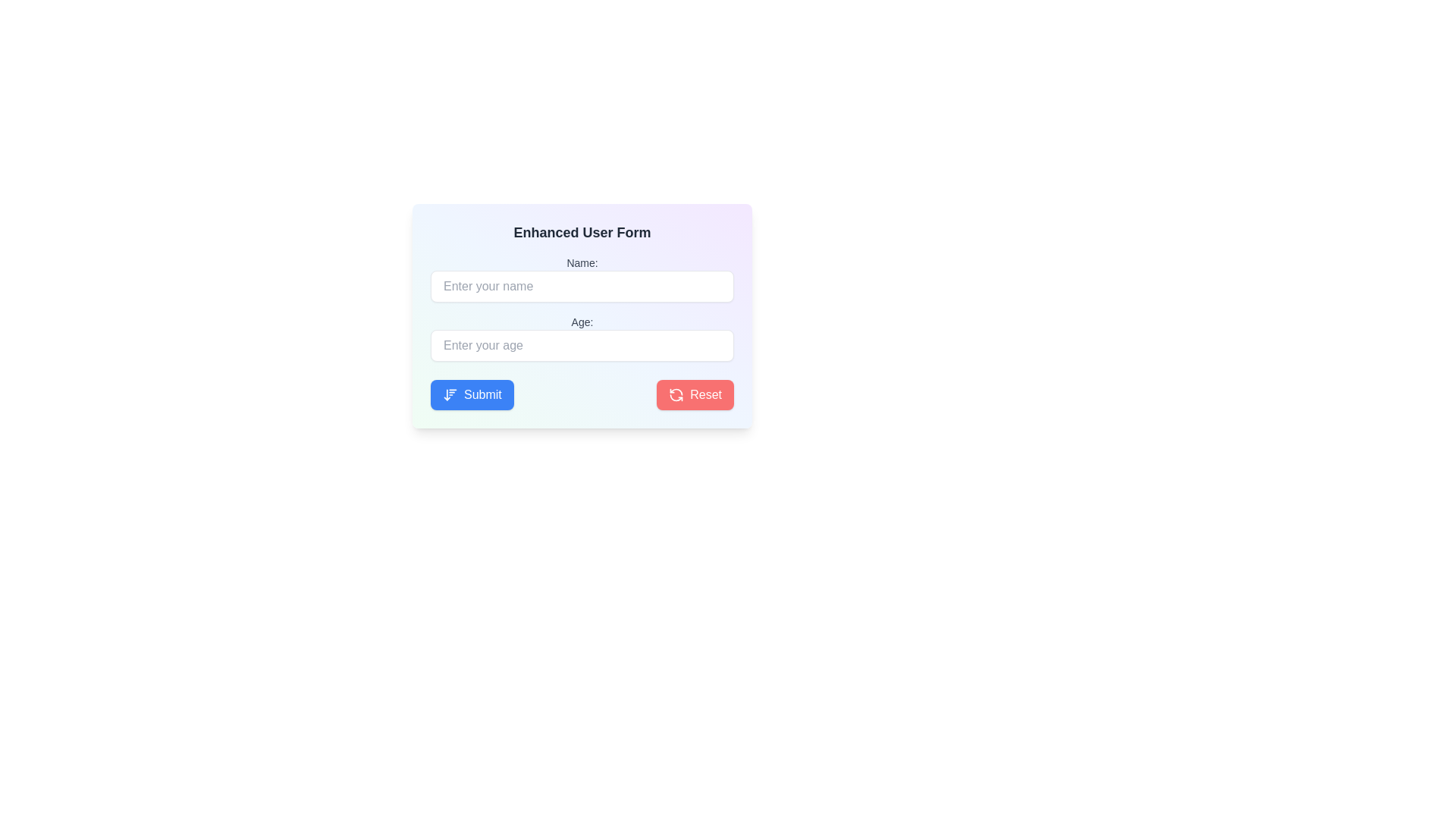  Describe the element at coordinates (676, 394) in the screenshot. I see `the reset icon located on the 'Reset' button, which is positioned towards the lower-right of the form interface beside the 'Submit' button` at that location.